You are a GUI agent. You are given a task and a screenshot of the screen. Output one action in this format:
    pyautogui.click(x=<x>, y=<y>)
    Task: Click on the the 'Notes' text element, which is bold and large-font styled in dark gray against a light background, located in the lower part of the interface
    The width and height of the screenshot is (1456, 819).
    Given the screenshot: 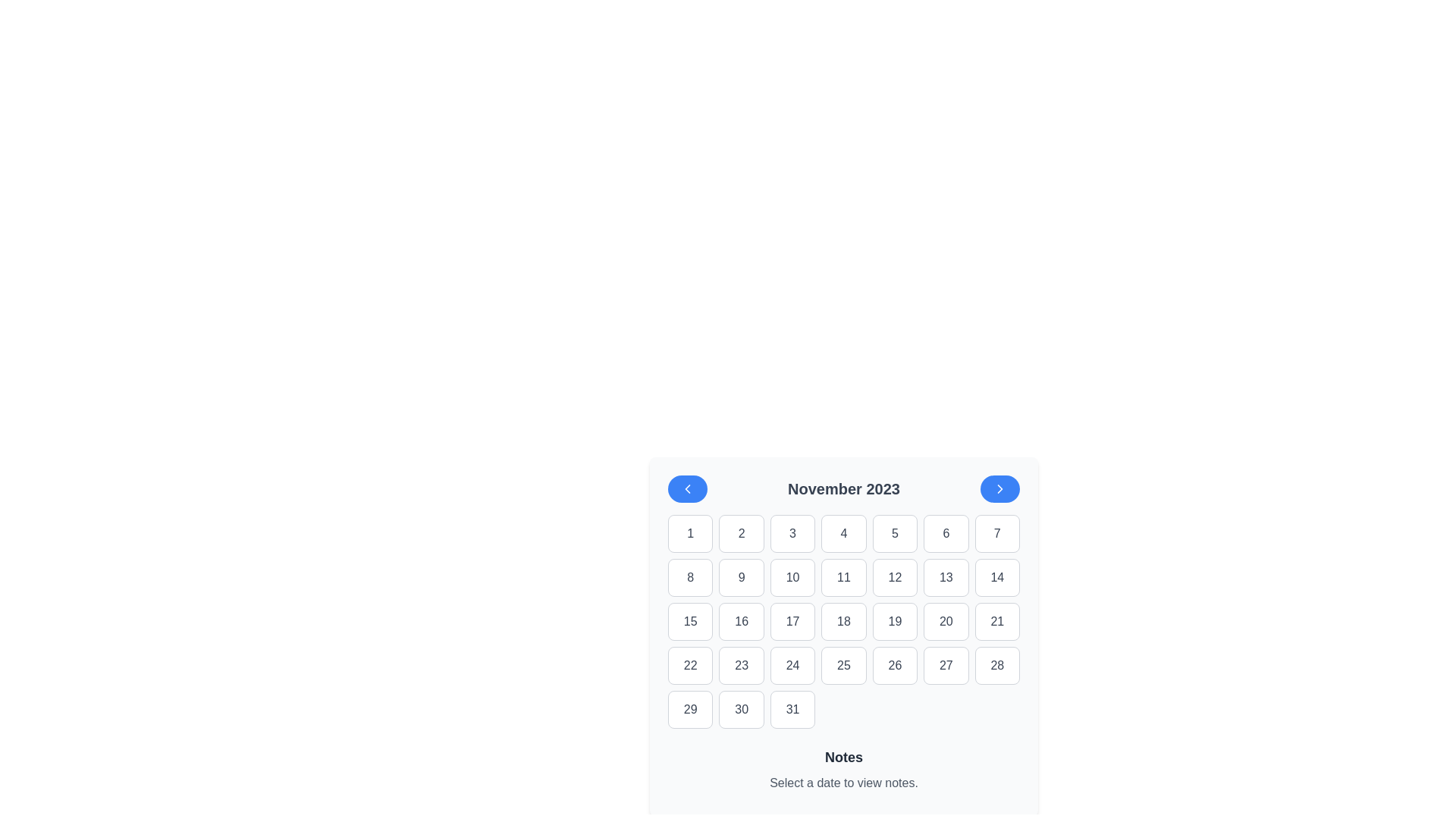 What is the action you would take?
    pyautogui.click(x=843, y=758)
    